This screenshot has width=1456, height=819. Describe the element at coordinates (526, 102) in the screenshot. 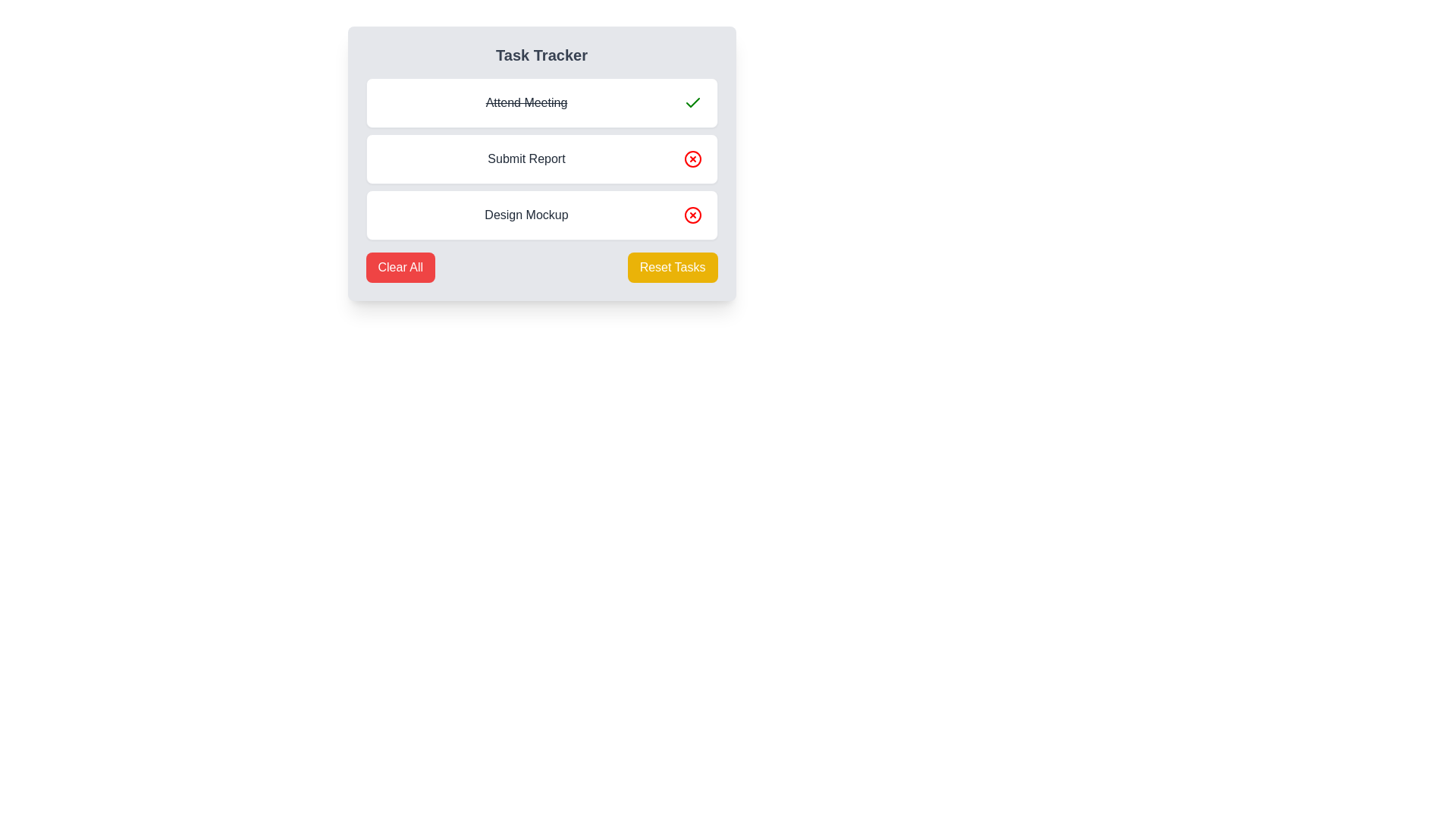

I see `the 'Attend Meeting' text label, which indicates a completed task in a task tracking interface with a strikethrough style, located at the top of the vertical task list` at that location.